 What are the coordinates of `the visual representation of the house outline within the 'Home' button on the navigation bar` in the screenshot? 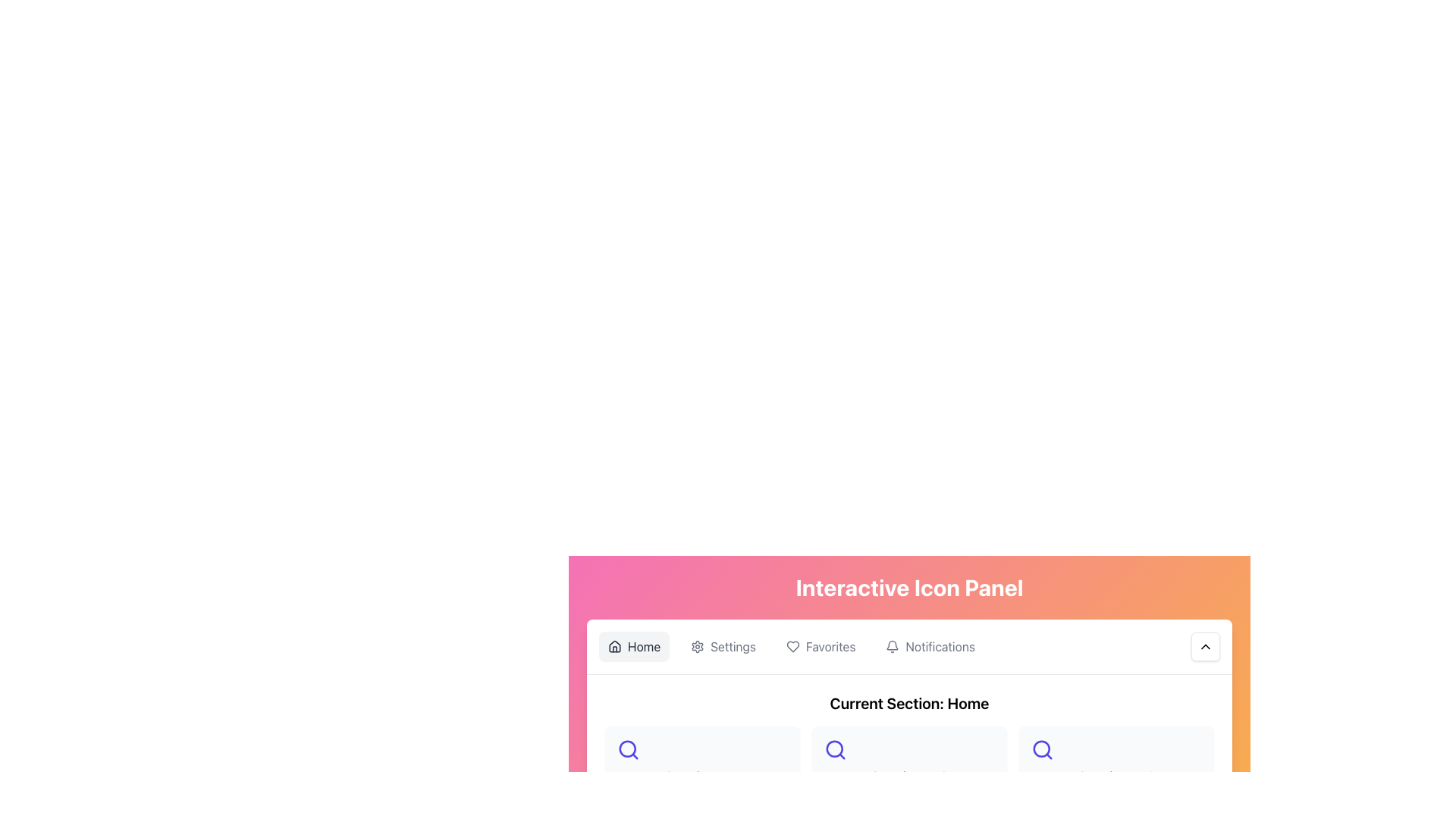 It's located at (615, 646).